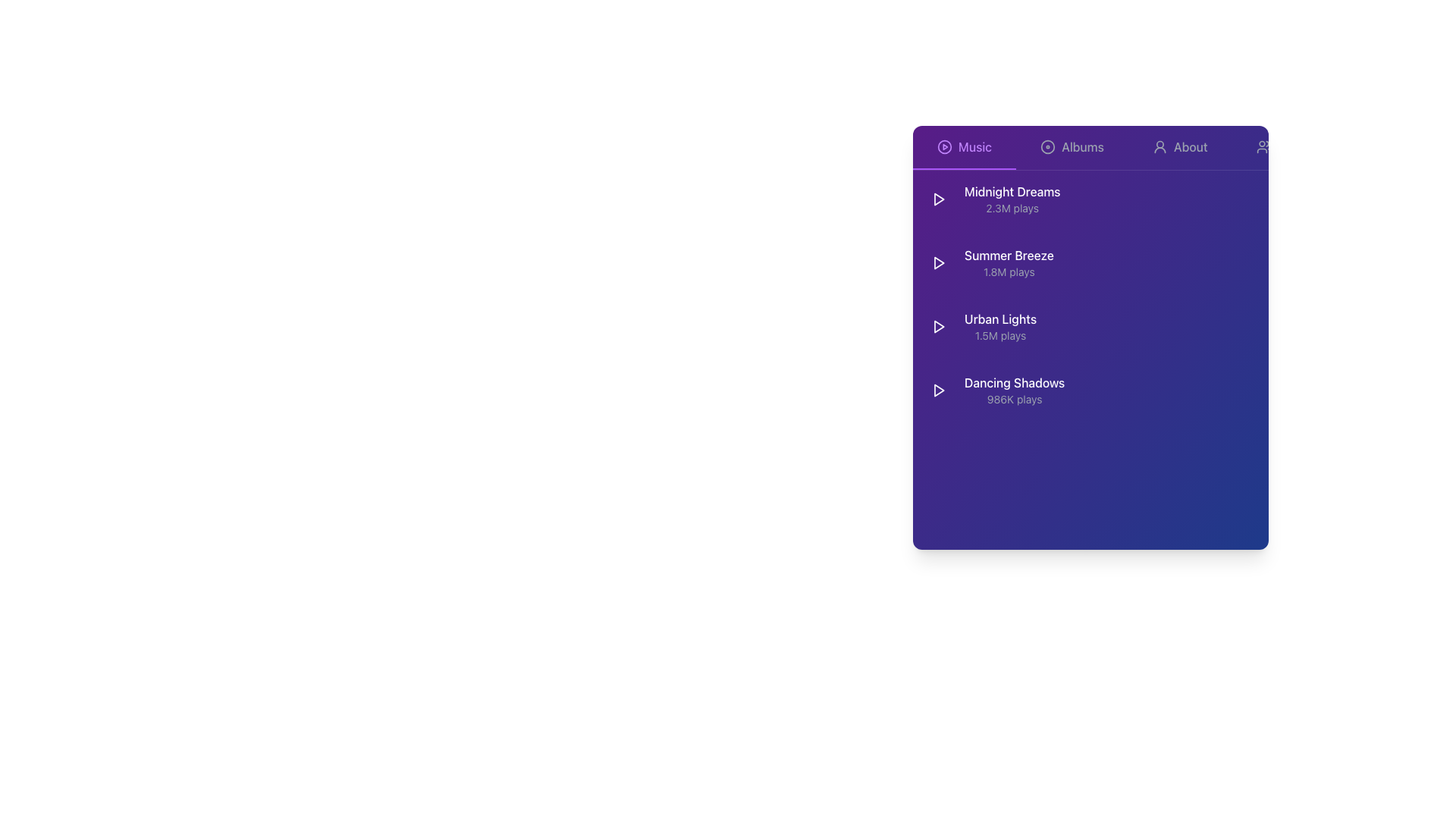 This screenshot has height=819, width=1456. What do you see at coordinates (1179, 148) in the screenshot?
I see `the 'About' navigation tab, which features a user silhouette icon and is part of a horizontal navigation bar` at bounding box center [1179, 148].